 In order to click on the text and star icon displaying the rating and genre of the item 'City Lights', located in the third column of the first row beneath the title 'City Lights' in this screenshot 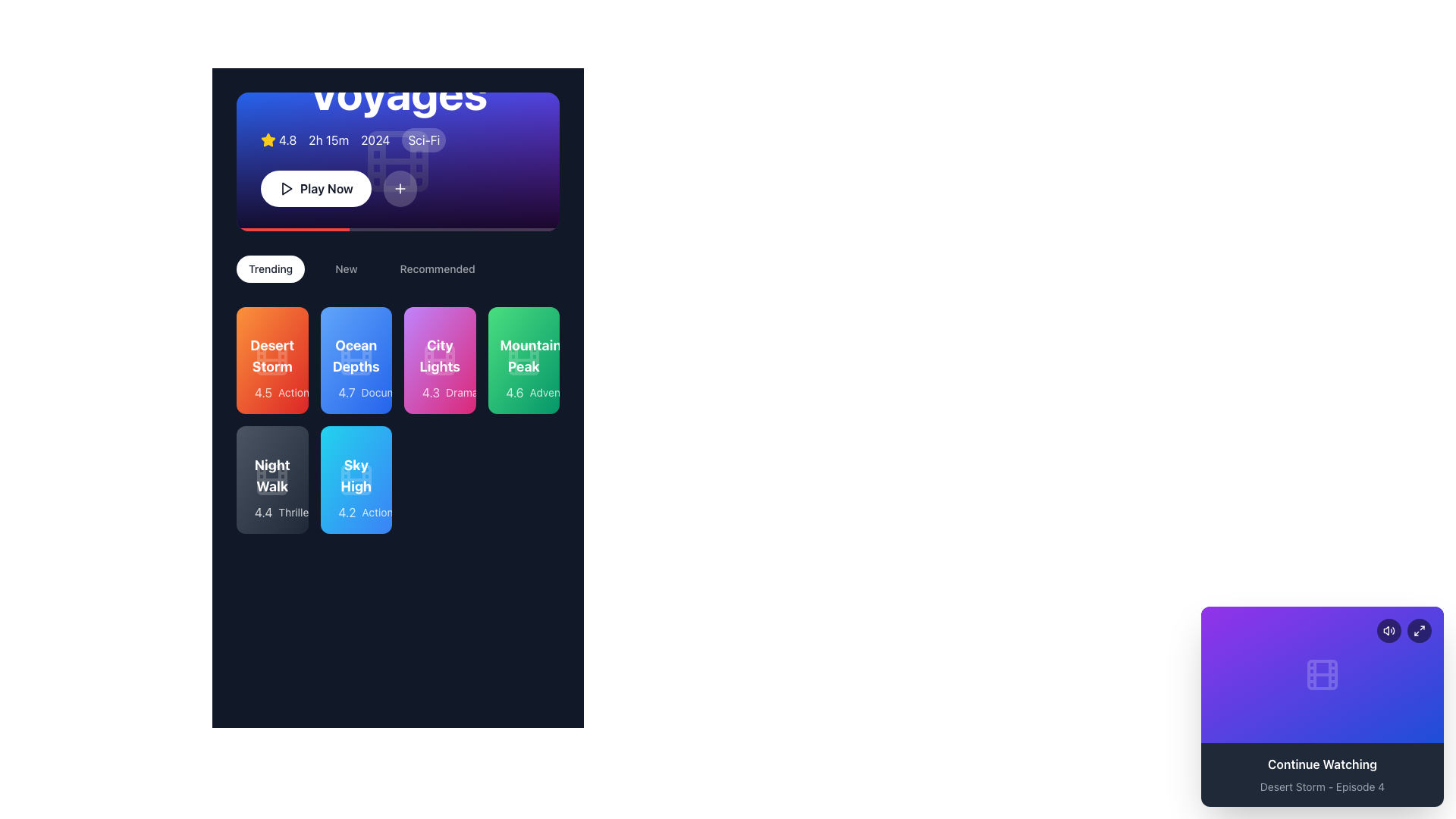, I will do `click(439, 392)`.